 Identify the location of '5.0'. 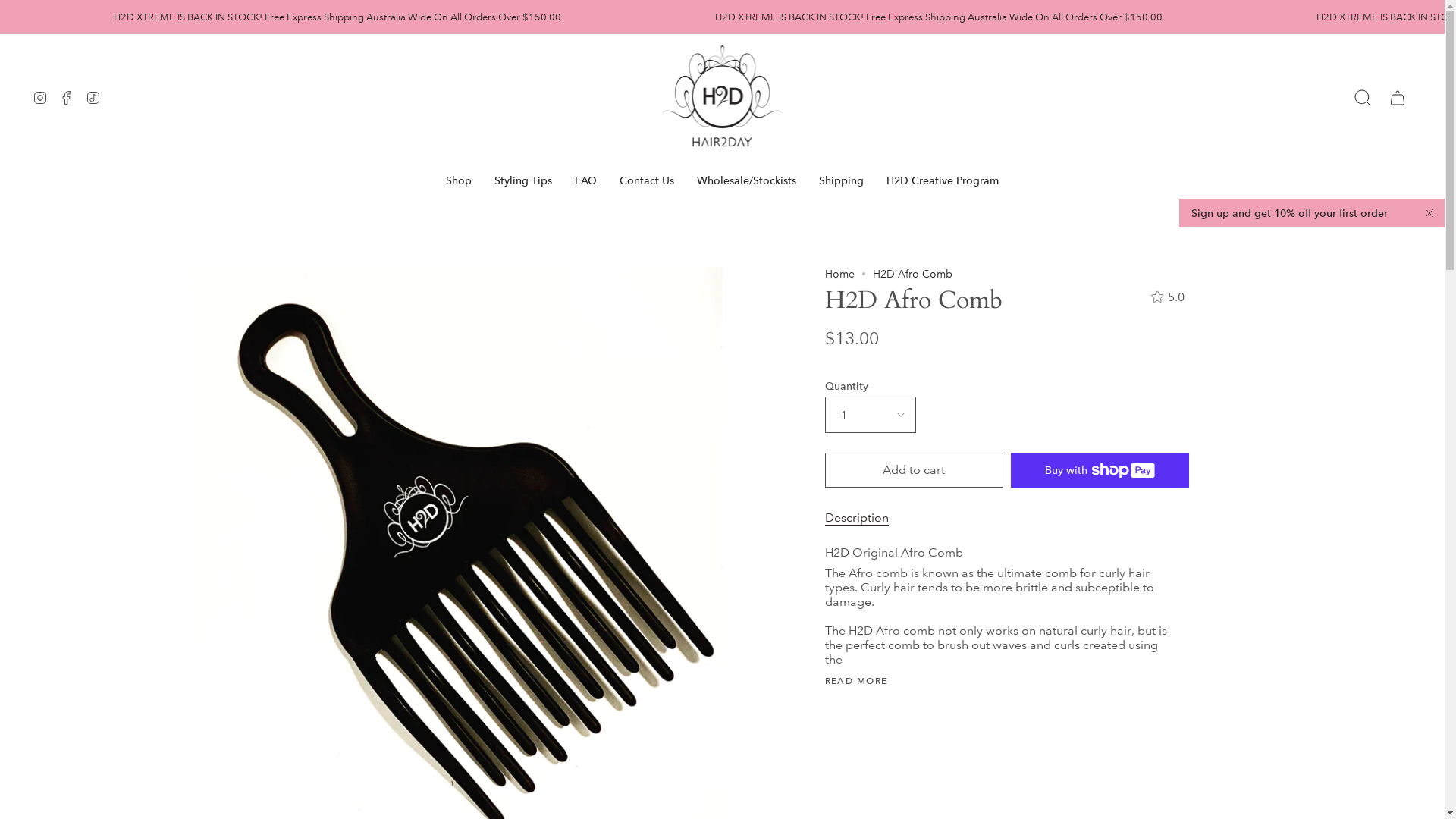
(1164, 297).